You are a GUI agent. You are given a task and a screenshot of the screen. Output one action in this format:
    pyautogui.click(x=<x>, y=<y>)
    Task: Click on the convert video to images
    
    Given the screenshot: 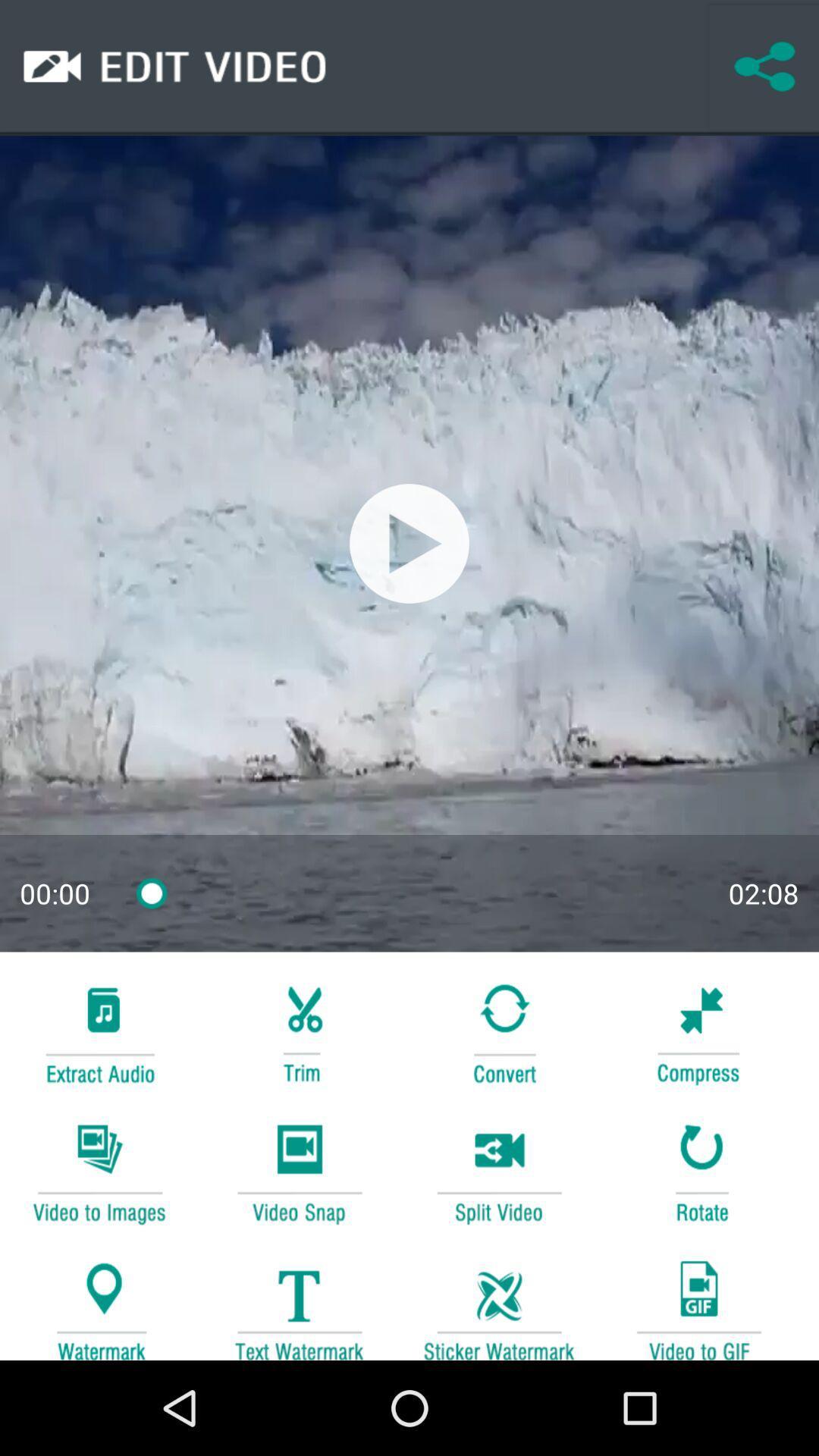 What is the action you would take?
    pyautogui.click(x=99, y=1171)
    